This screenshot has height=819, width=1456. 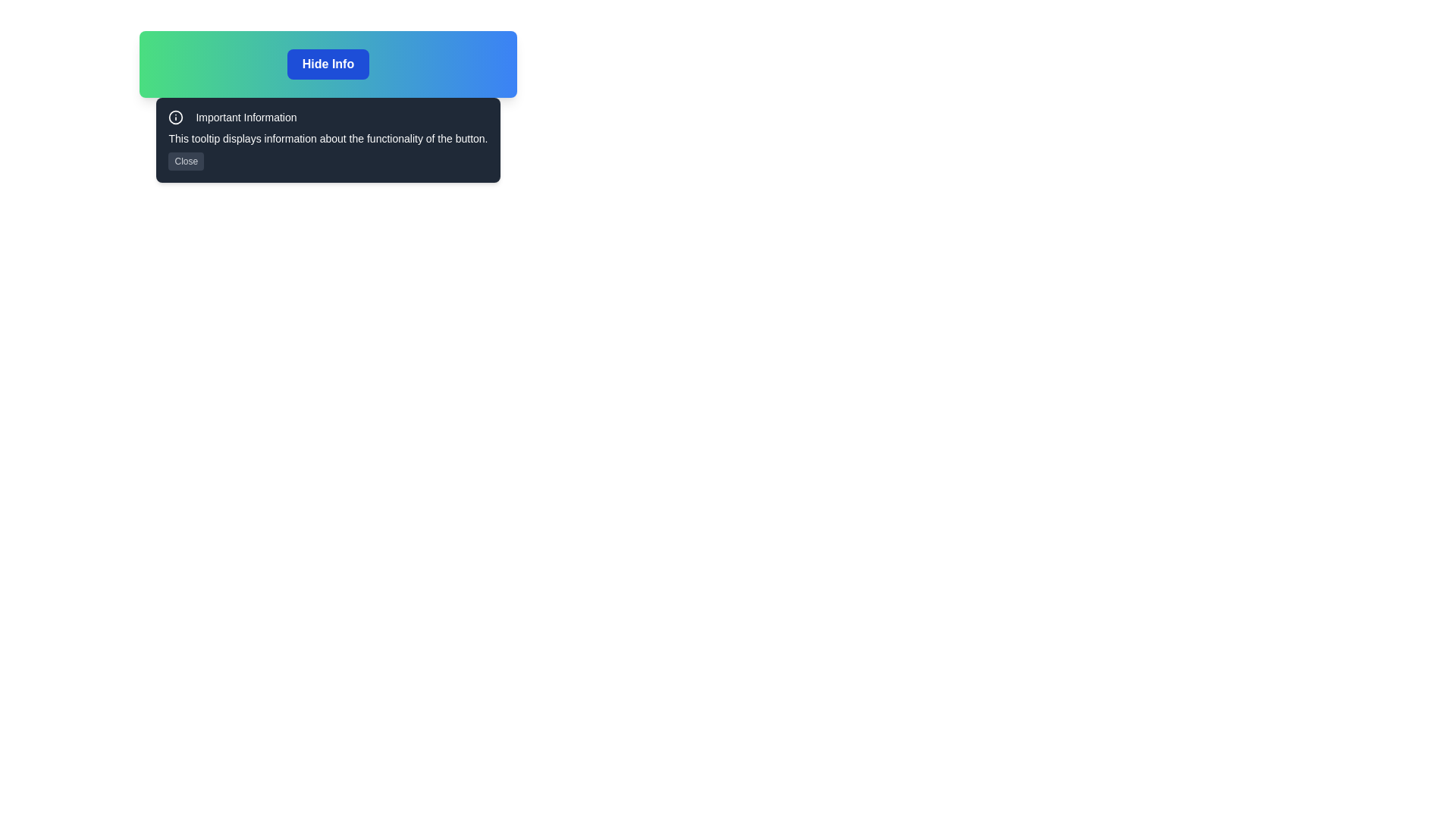 I want to click on the tooltip title text located in the top-left corner of the tooltip to read the full tooltip title, so click(x=232, y=116).